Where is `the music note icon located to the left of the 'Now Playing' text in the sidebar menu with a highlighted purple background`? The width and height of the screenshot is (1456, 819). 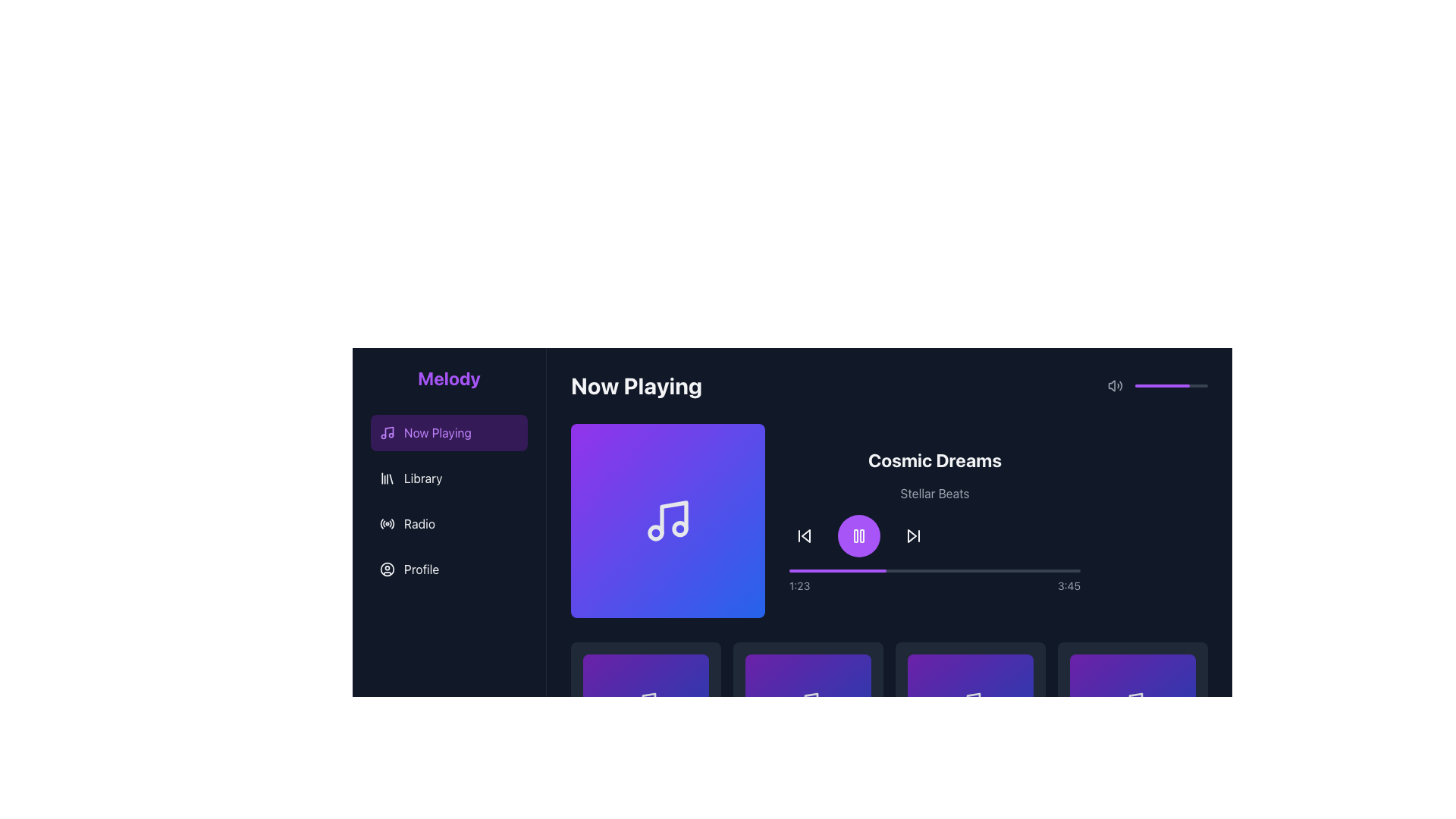
the music note icon located to the left of the 'Now Playing' text in the sidebar menu with a highlighted purple background is located at coordinates (387, 432).